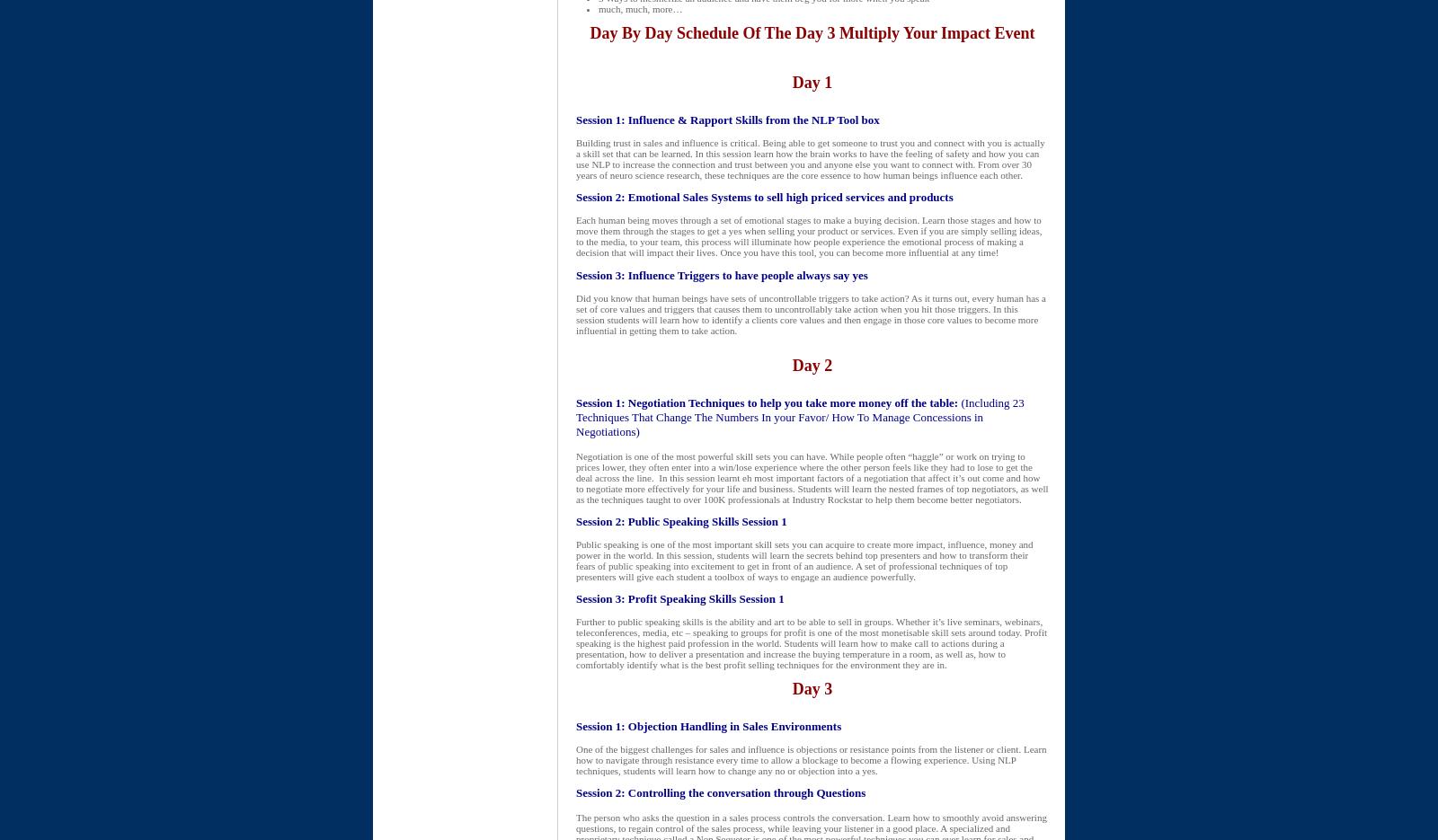  What do you see at coordinates (799, 416) in the screenshot?
I see `'(Including 23 Techniques That Change The Numbers In your  Favor/ How To Manage  Concessions in Negotiations)'` at bounding box center [799, 416].